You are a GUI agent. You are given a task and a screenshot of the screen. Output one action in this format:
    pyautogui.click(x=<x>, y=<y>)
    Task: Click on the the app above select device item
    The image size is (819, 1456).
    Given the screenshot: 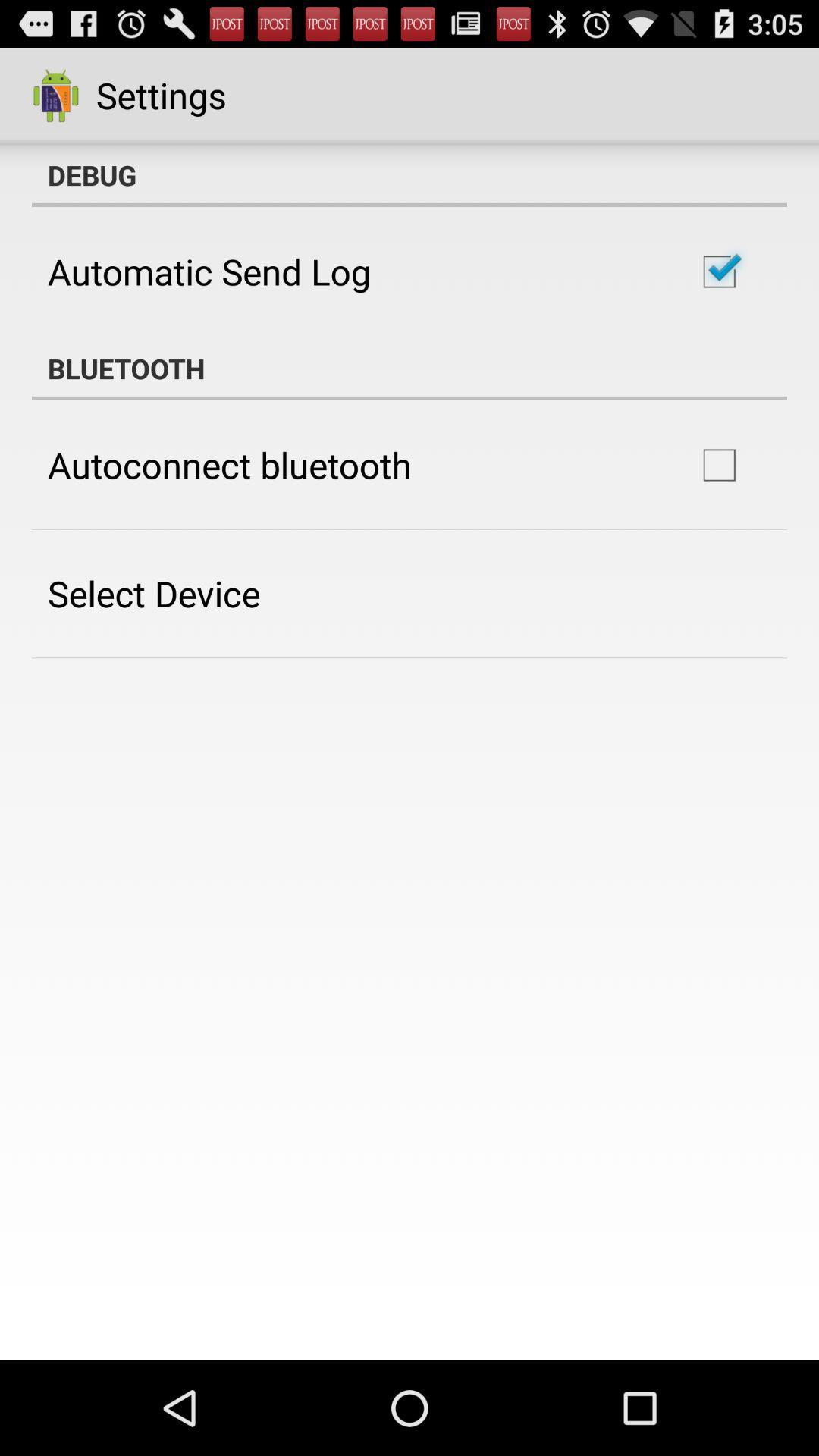 What is the action you would take?
    pyautogui.click(x=230, y=464)
    